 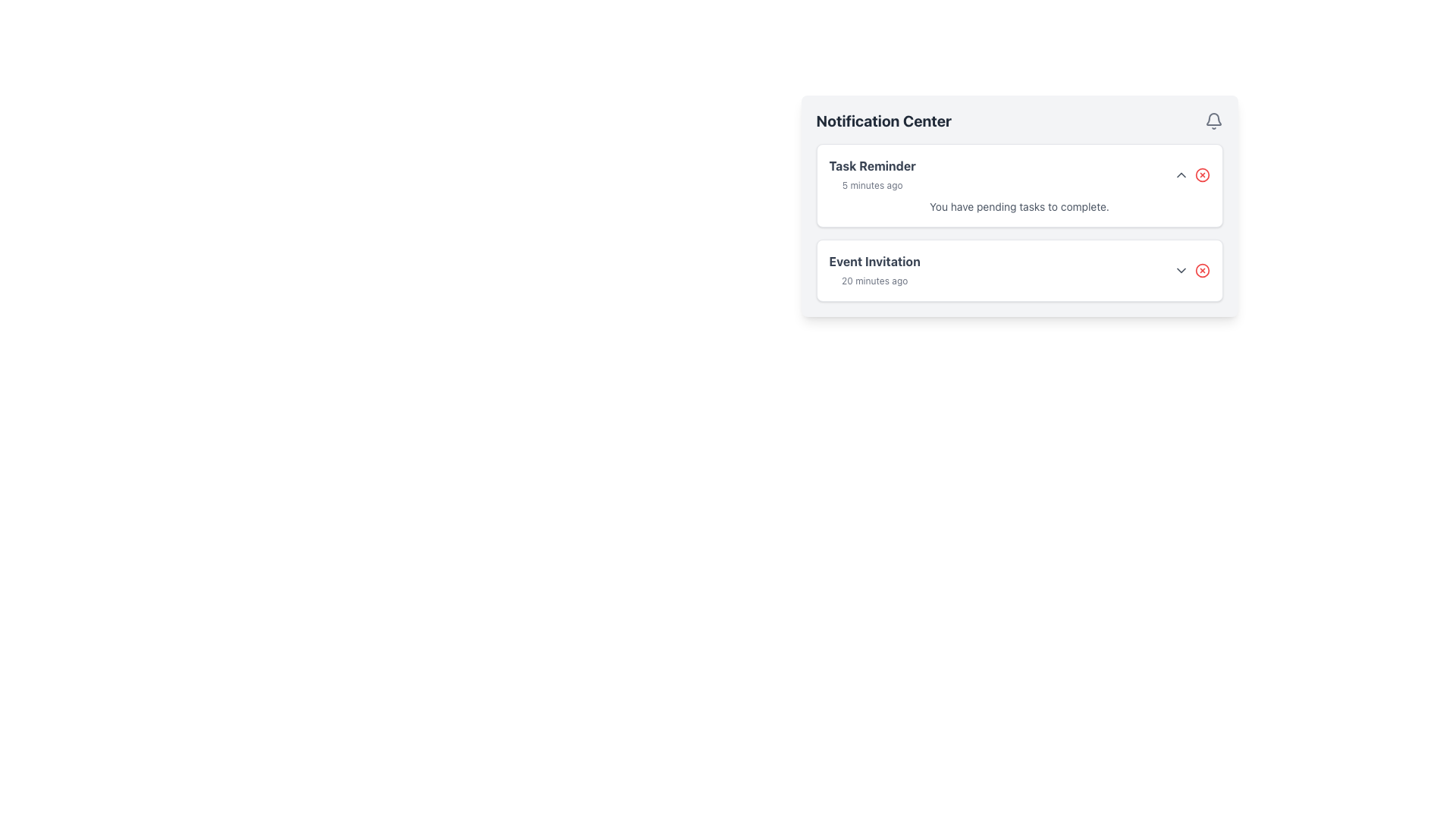 I want to click on the downward-pointing arrow on the left side of the composite element located at the top-right corner of the 'Event Invitation' notification entry, so click(x=1191, y=270).